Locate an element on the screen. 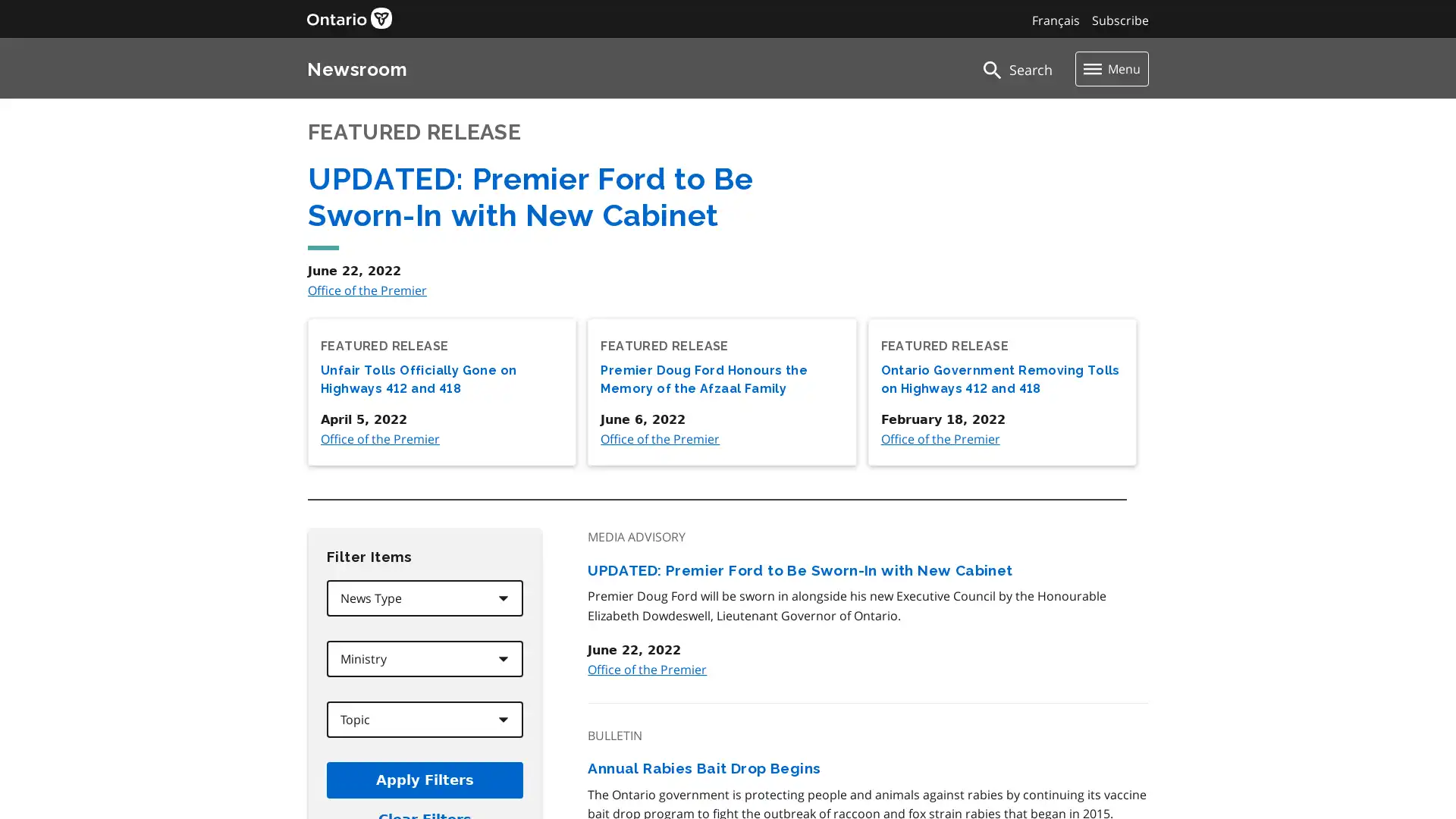 This screenshot has height=819, width=1456. Apply Filters is located at coordinates (425, 780).